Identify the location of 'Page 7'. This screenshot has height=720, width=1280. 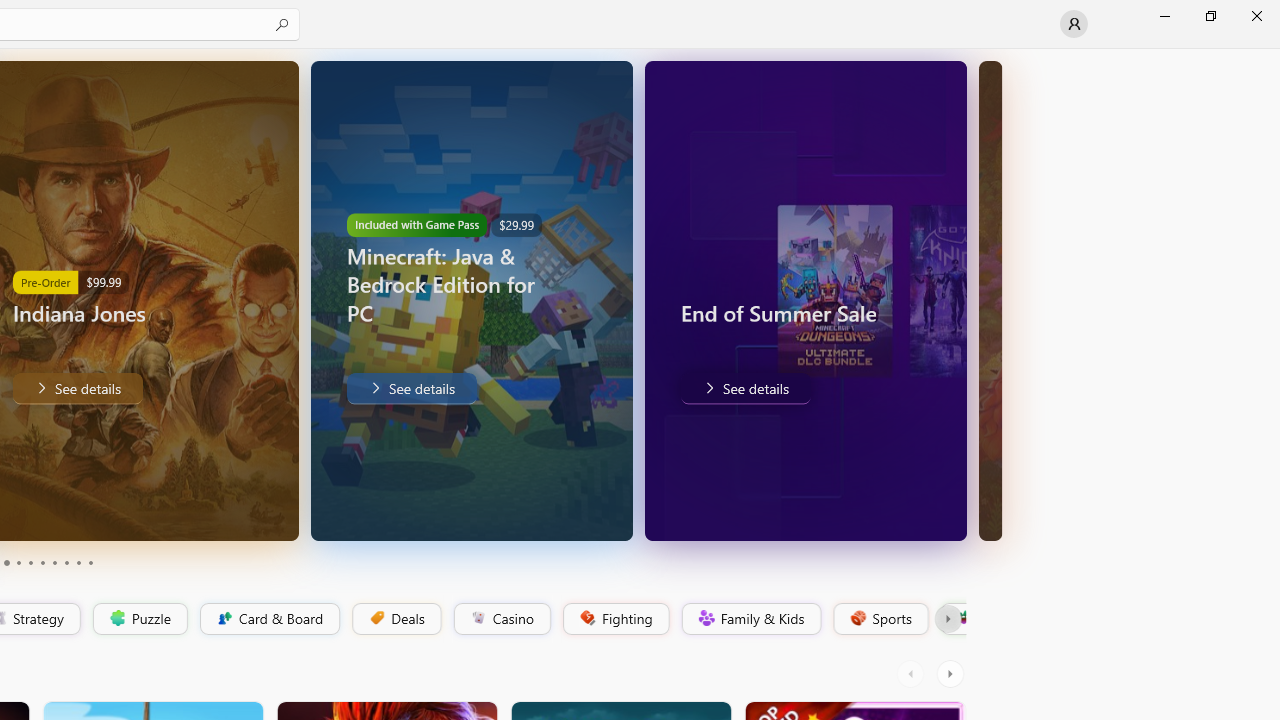
(54, 563).